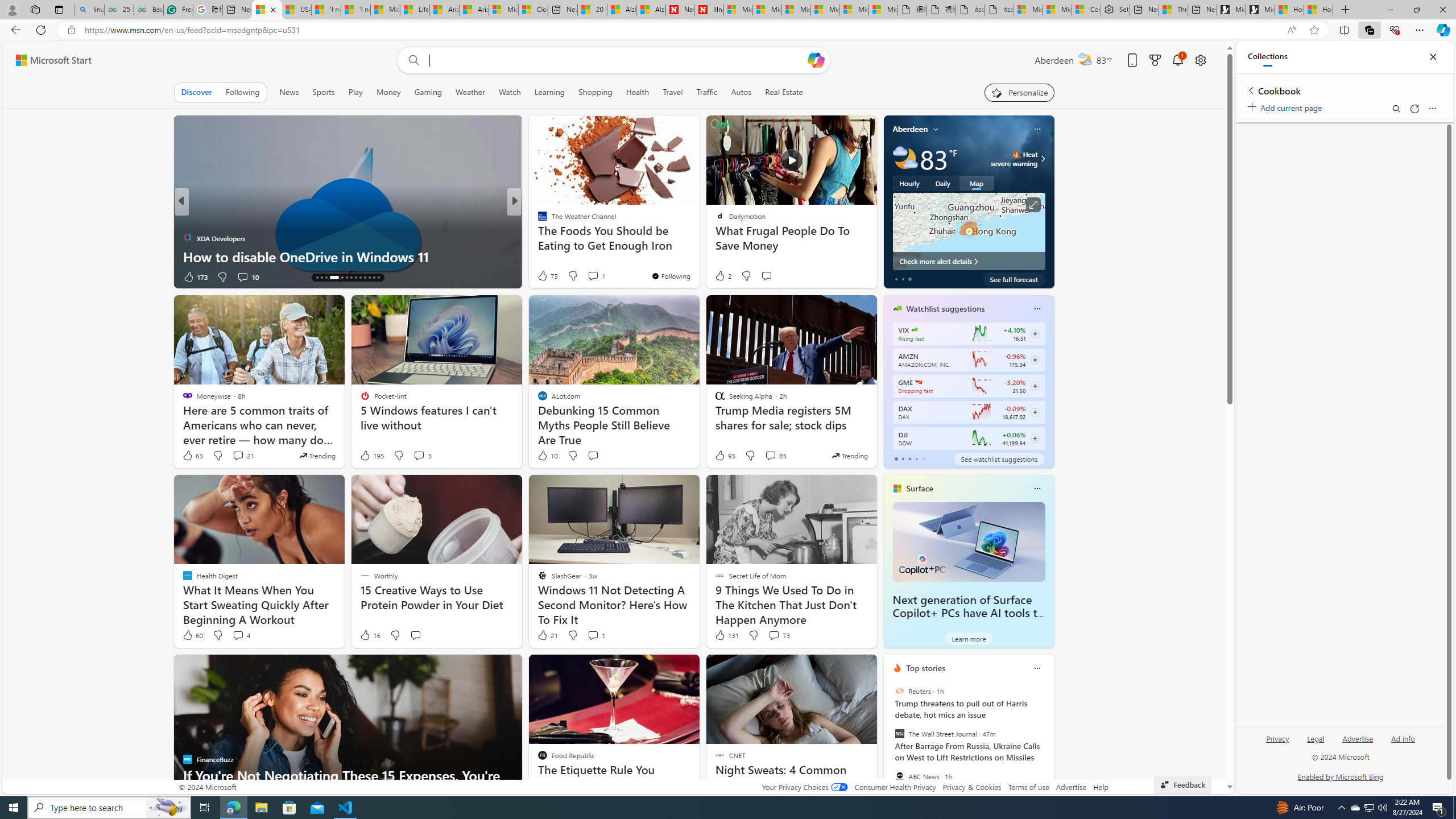  What do you see at coordinates (355, 277) in the screenshot?
I see `'AutomationID: tab-21'` at bounding box center [355, 277].